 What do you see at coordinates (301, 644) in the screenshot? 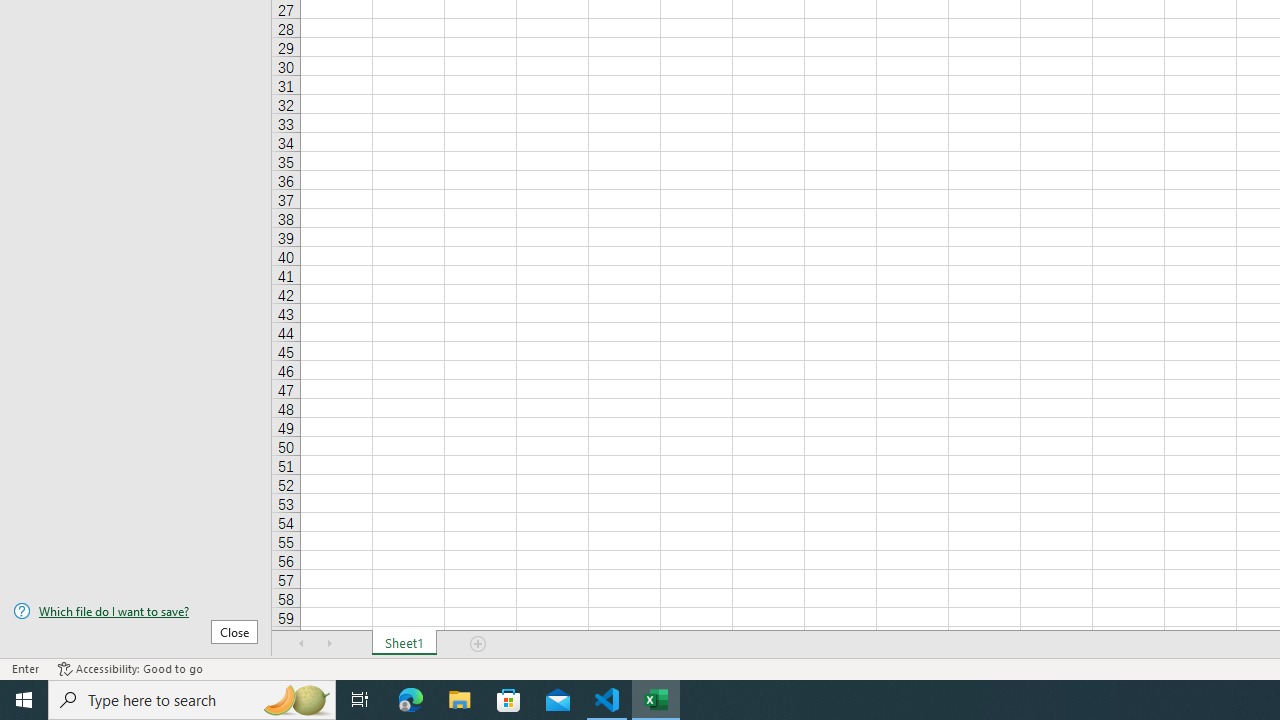
I see `'Scroll Left'` at bounding box center [301, 644].